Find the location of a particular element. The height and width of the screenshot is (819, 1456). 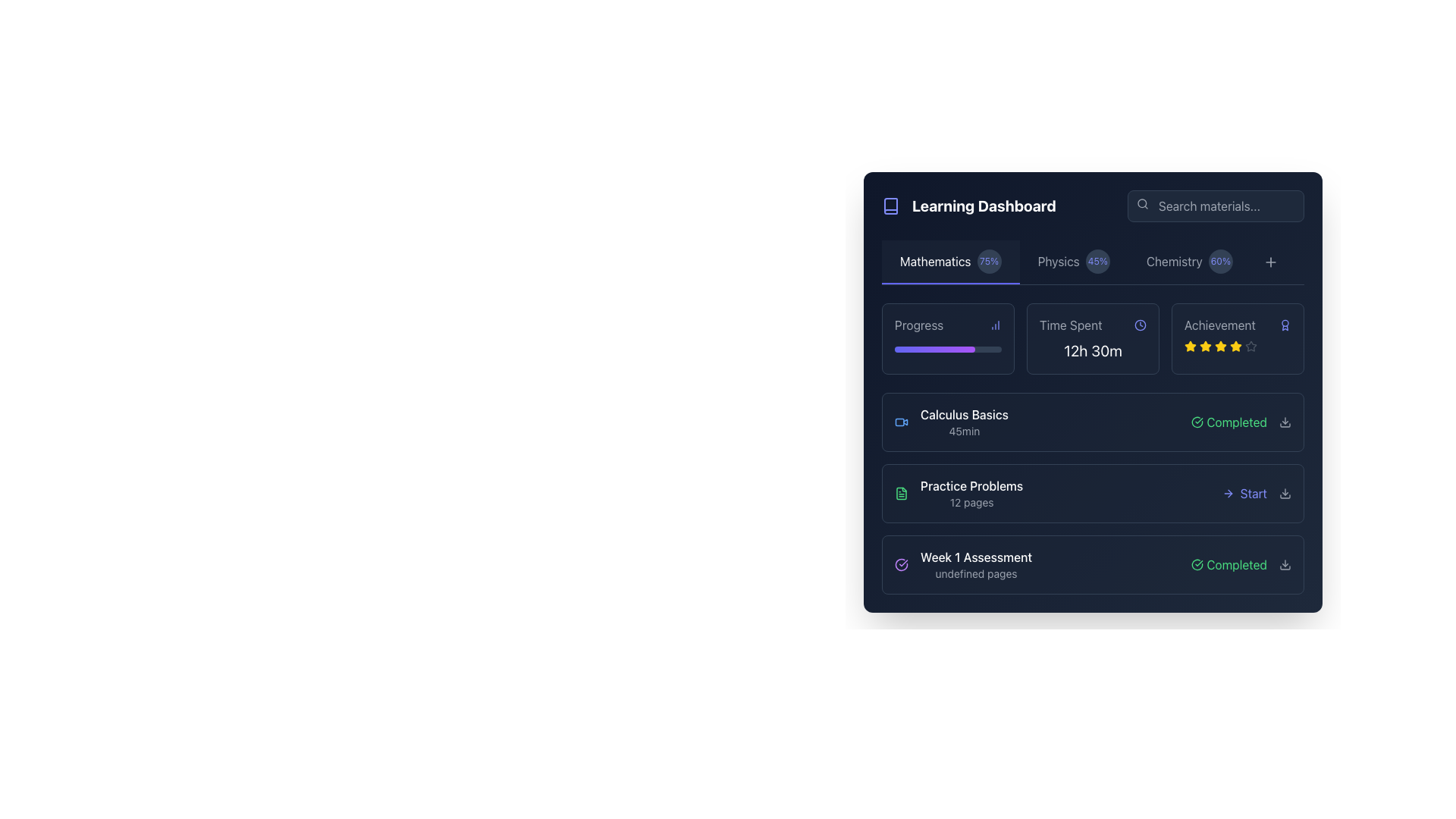

progress bar element that is horizontally aligned beneath the 'Progress' label, displaying a gradient fill from indigo to purple, to check its progress value is located at coordinates (946, 346).